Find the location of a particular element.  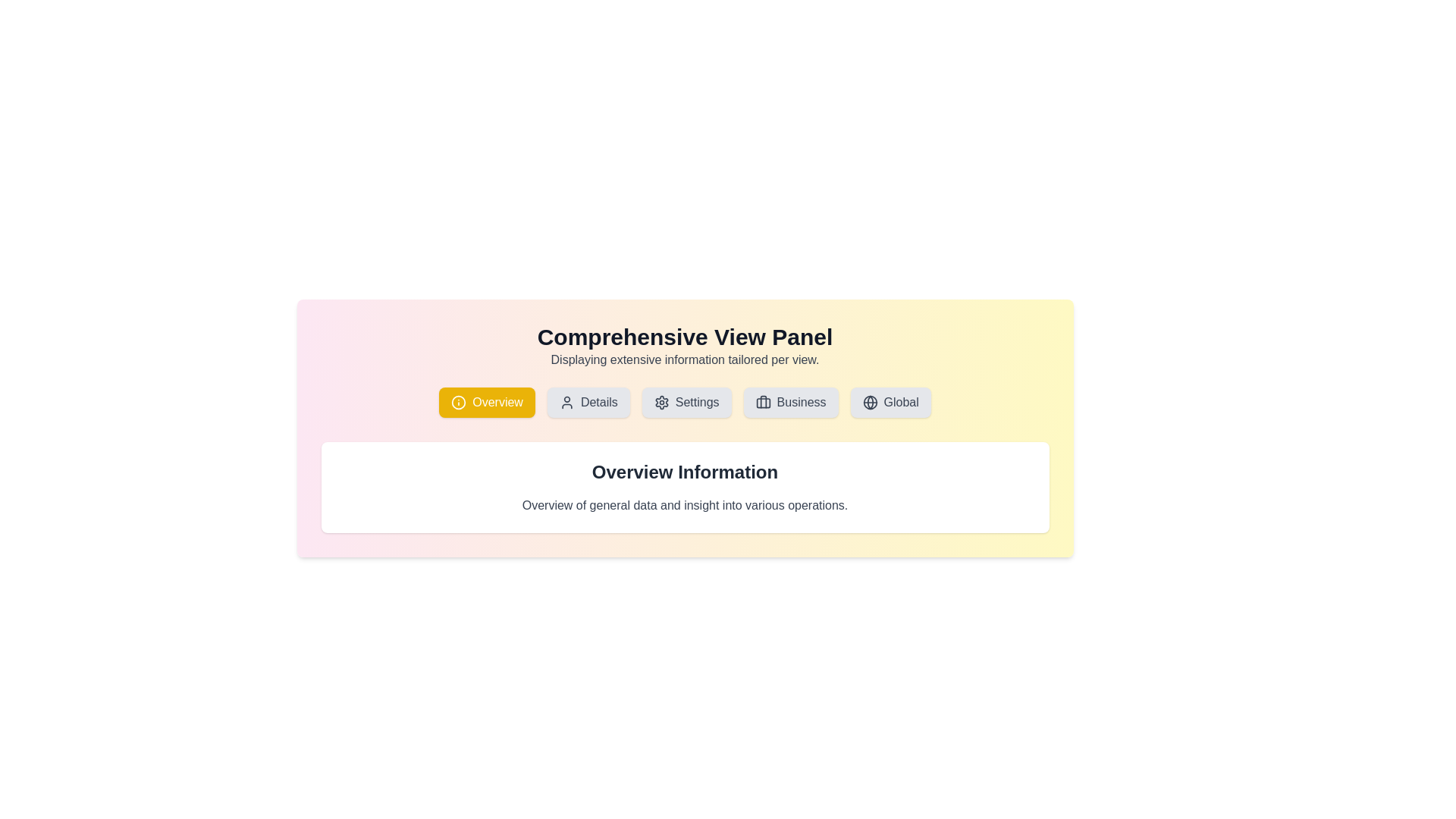

the gear icon representing the settings configuration, which is located inside the 'Settings' button in the navigation section is located at coordinates (661, 402).